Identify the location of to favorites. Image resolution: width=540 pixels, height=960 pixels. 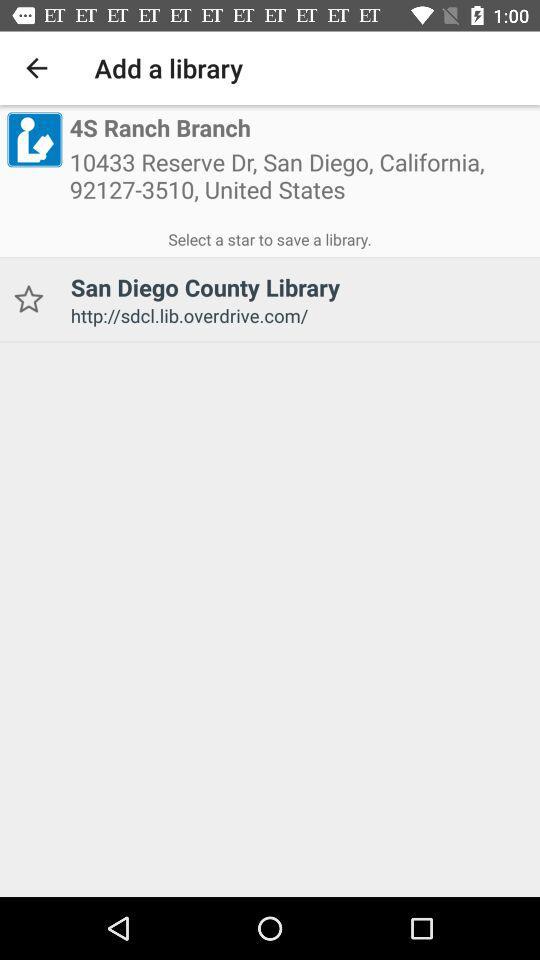
(27, 298).